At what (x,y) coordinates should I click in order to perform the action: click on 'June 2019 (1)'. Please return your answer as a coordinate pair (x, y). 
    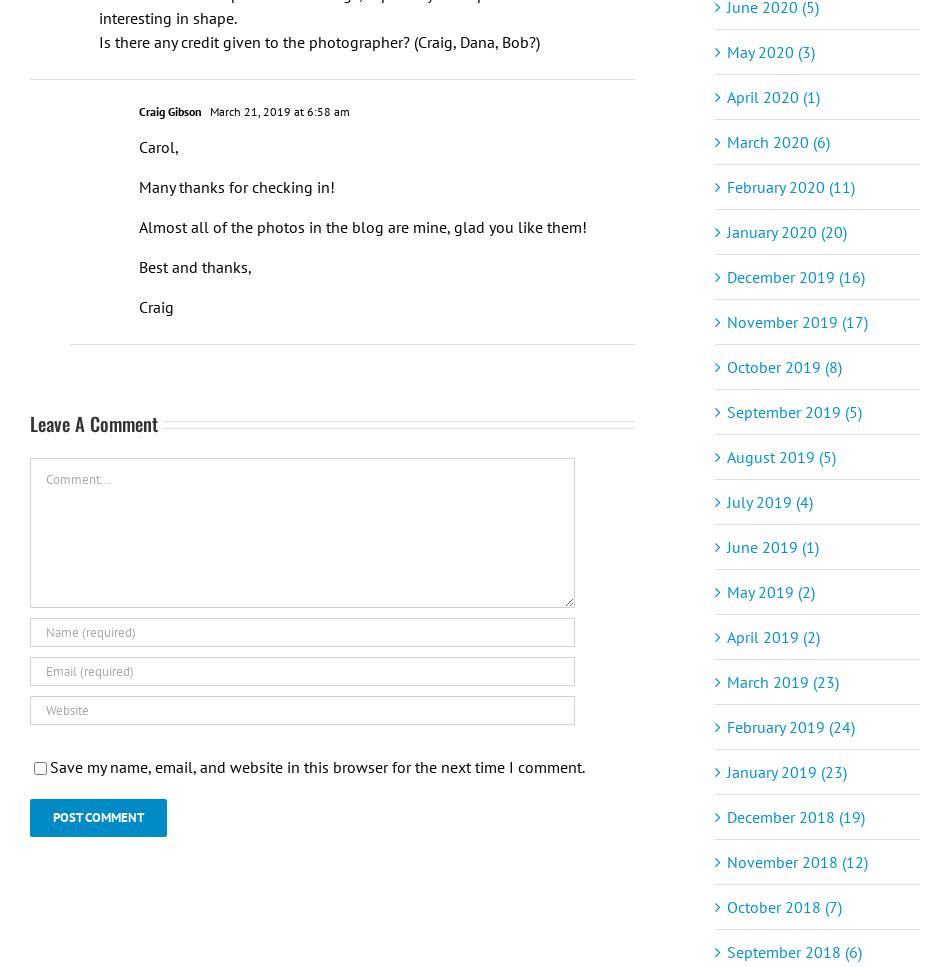
    Looking at the image, I should click on (772, 545).